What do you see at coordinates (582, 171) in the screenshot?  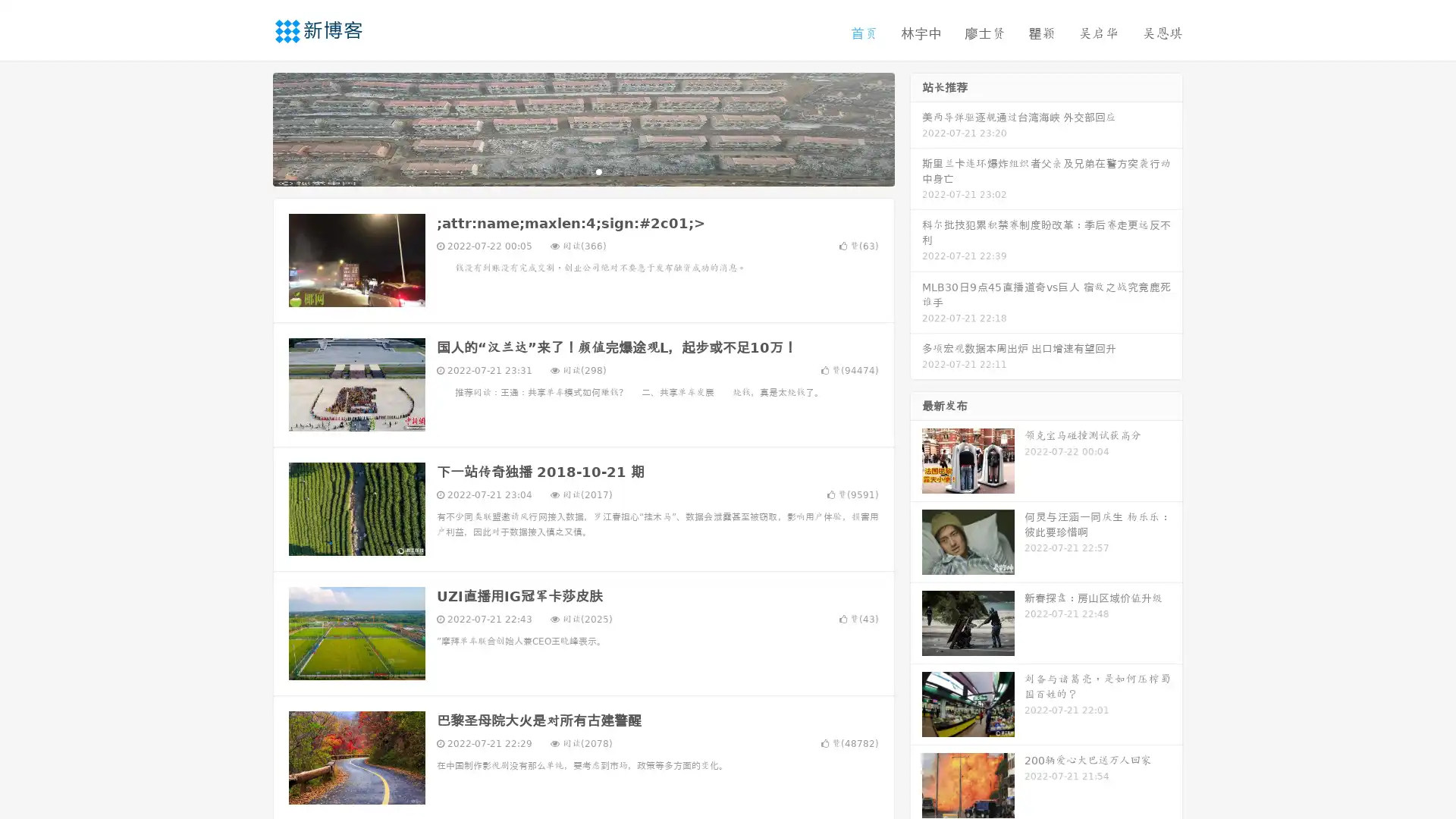 I see `Go to slide 2` at bounding box center [582, 171].